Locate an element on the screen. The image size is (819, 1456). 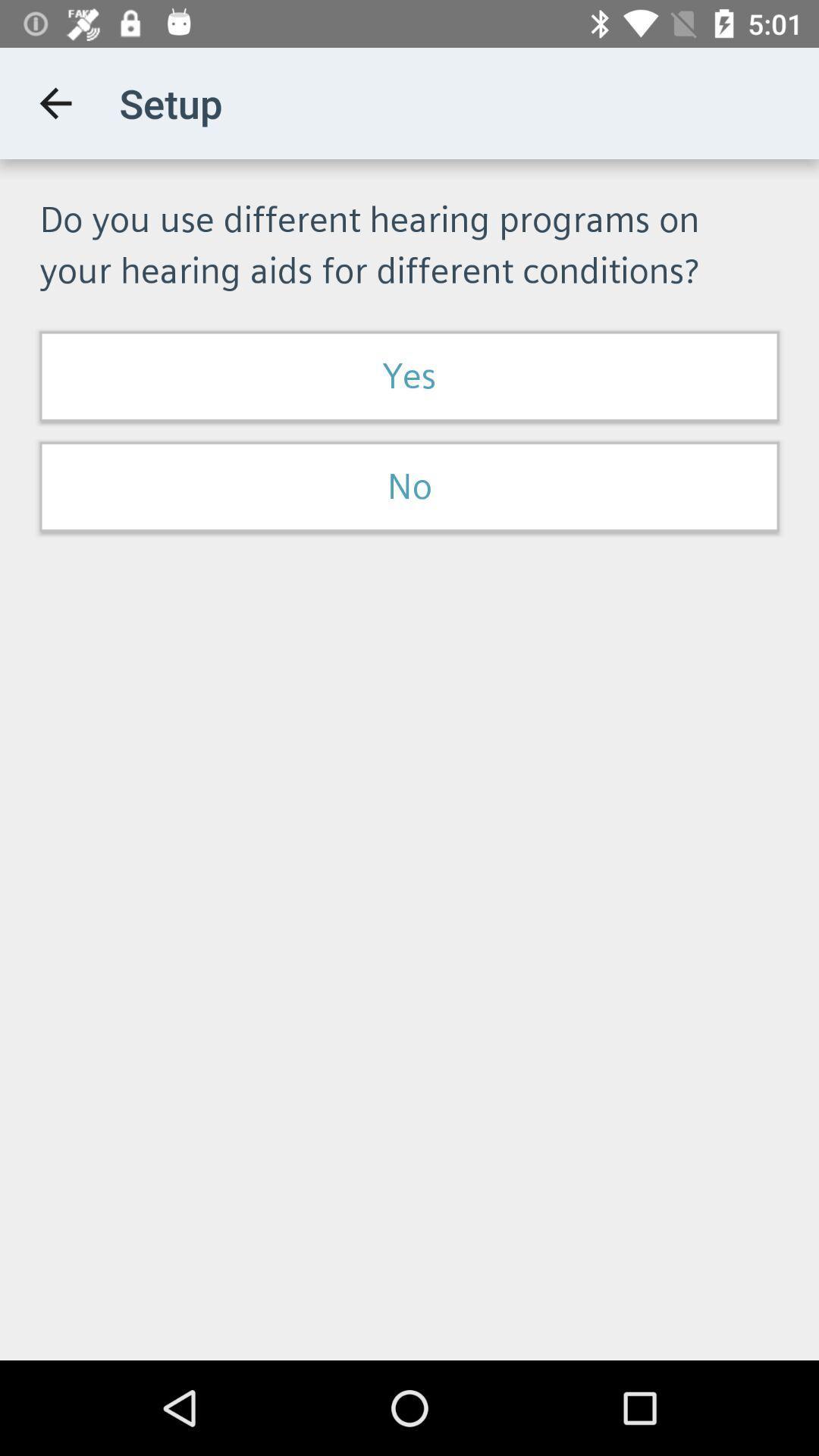
the icon above do you use is located at coordinates (55, 102).